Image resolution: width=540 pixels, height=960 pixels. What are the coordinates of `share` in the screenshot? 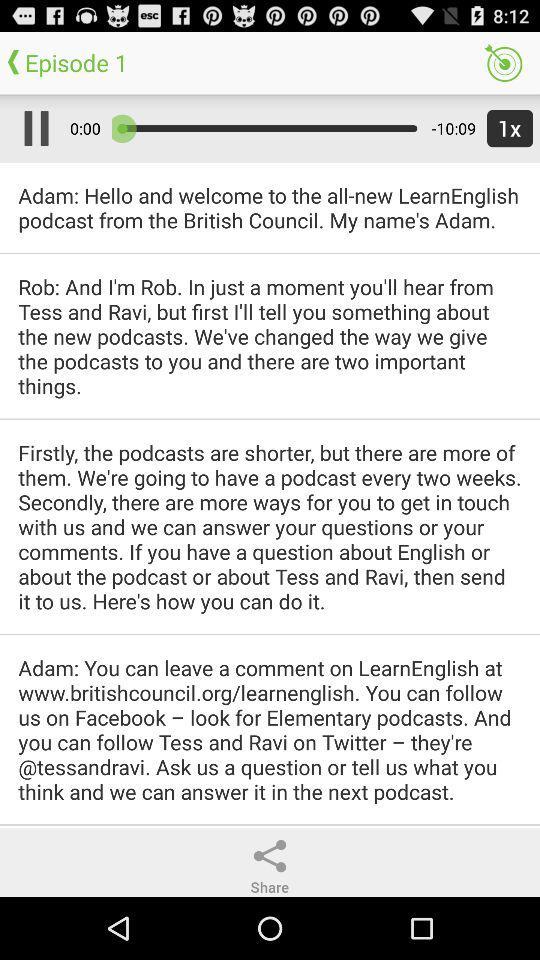 It's located at (270, 855).